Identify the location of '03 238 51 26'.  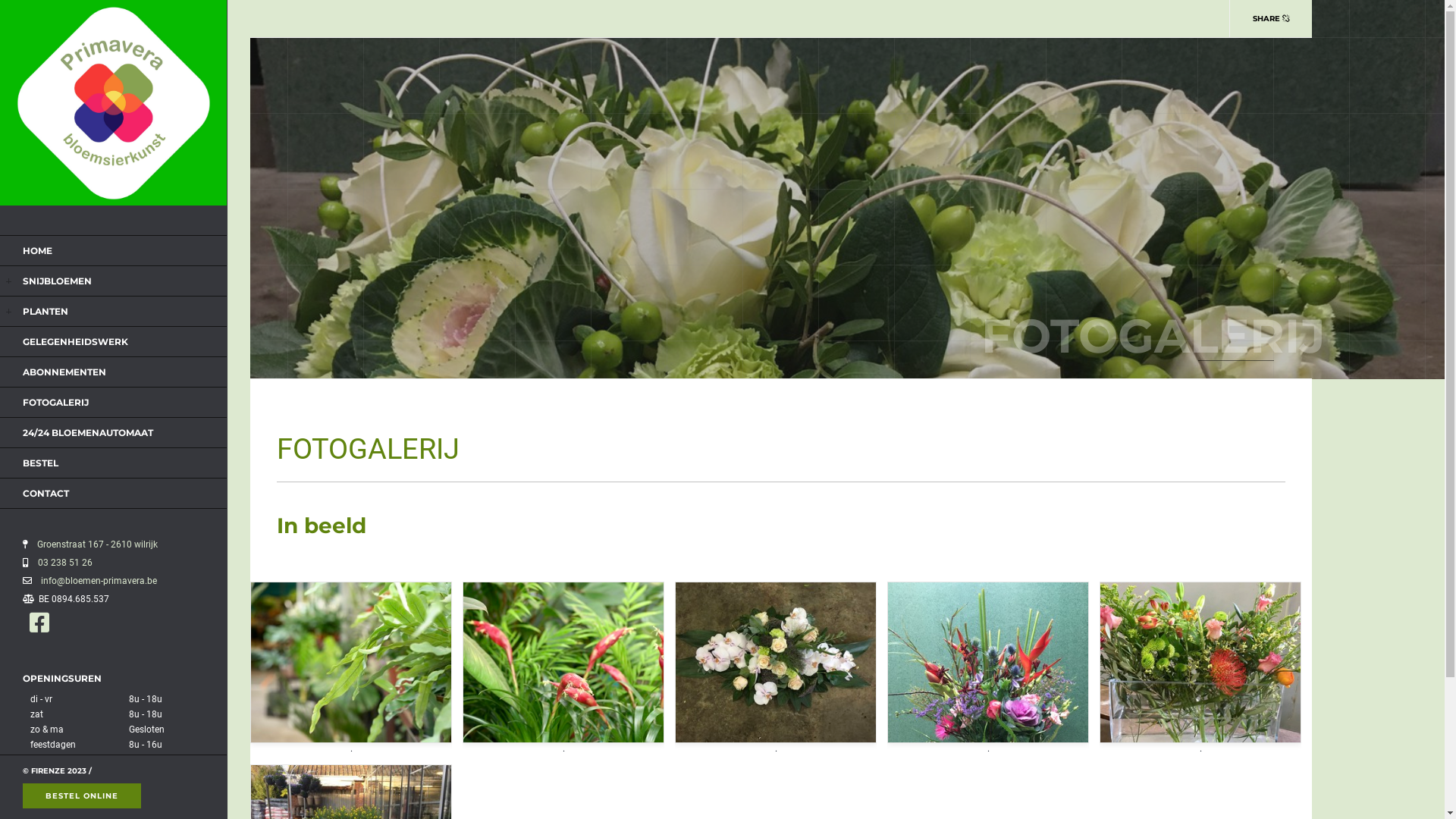
(61, 562).